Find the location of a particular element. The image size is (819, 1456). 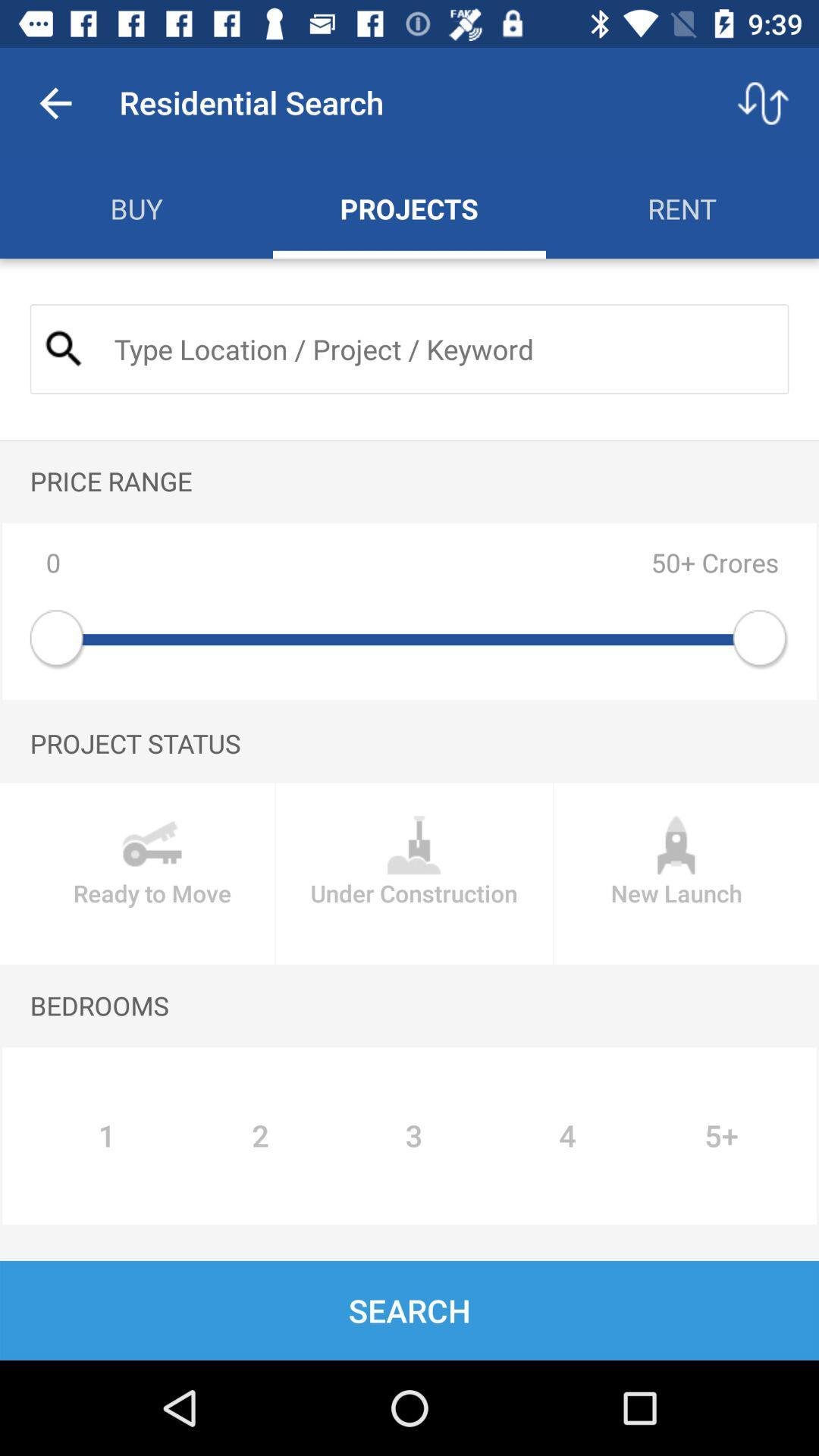

the button left to ready to move is located at coordinates (414, 874).